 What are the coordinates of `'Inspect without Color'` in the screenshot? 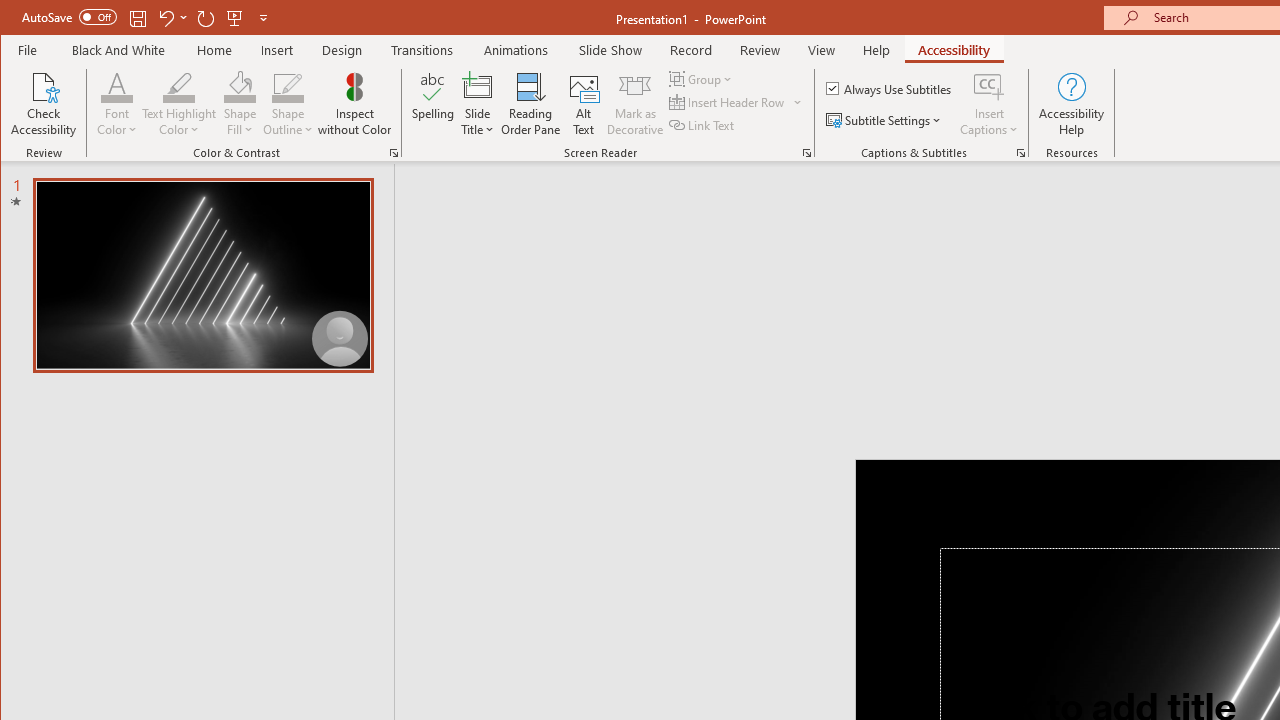 It's located at (355, 104).